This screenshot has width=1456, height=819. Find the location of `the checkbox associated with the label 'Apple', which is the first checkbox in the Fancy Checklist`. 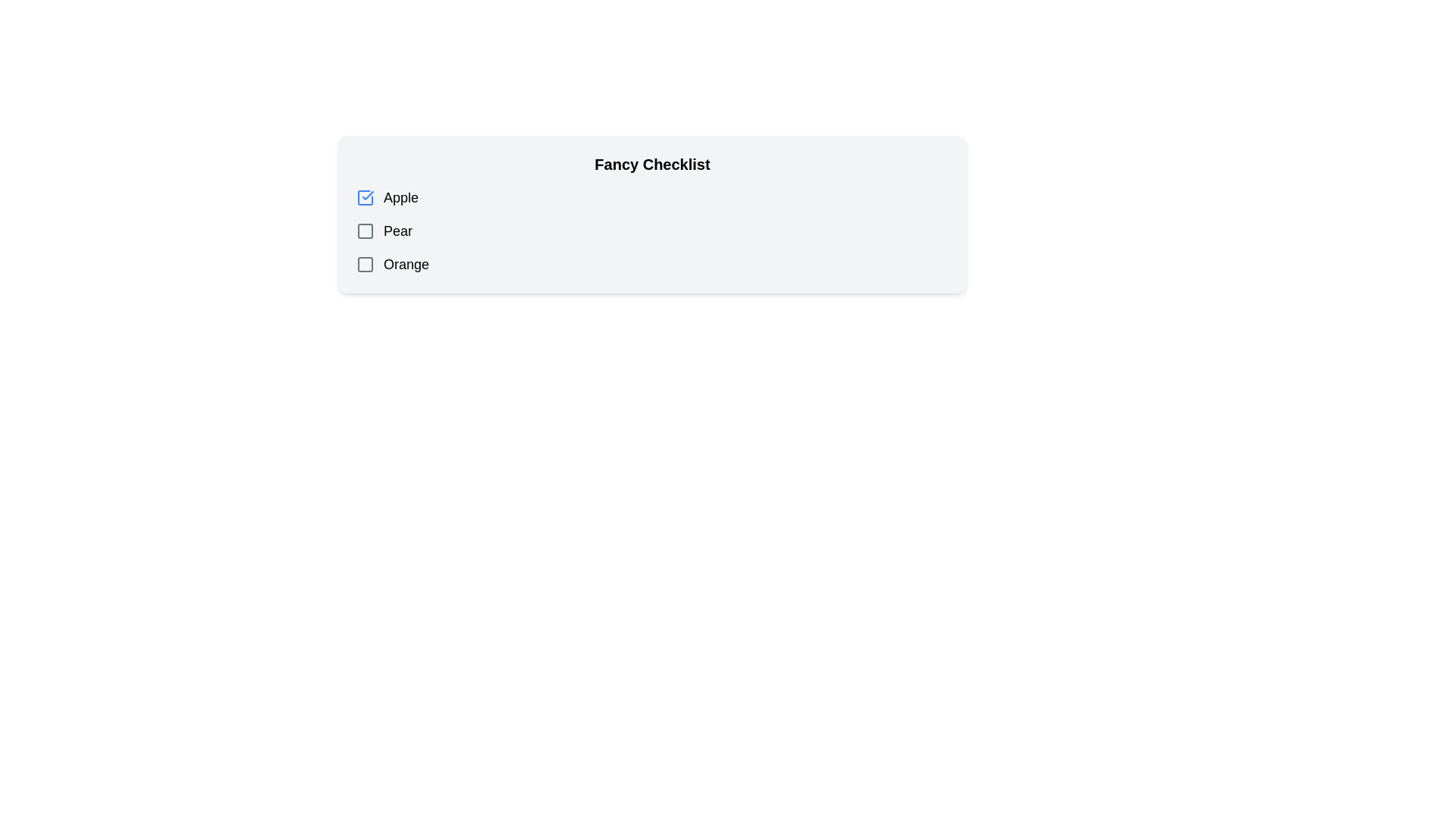

the checkbox associated with the label 'Apple', which is the first checkbox in the Fancy Checklist is located at coordinates (400, 197).